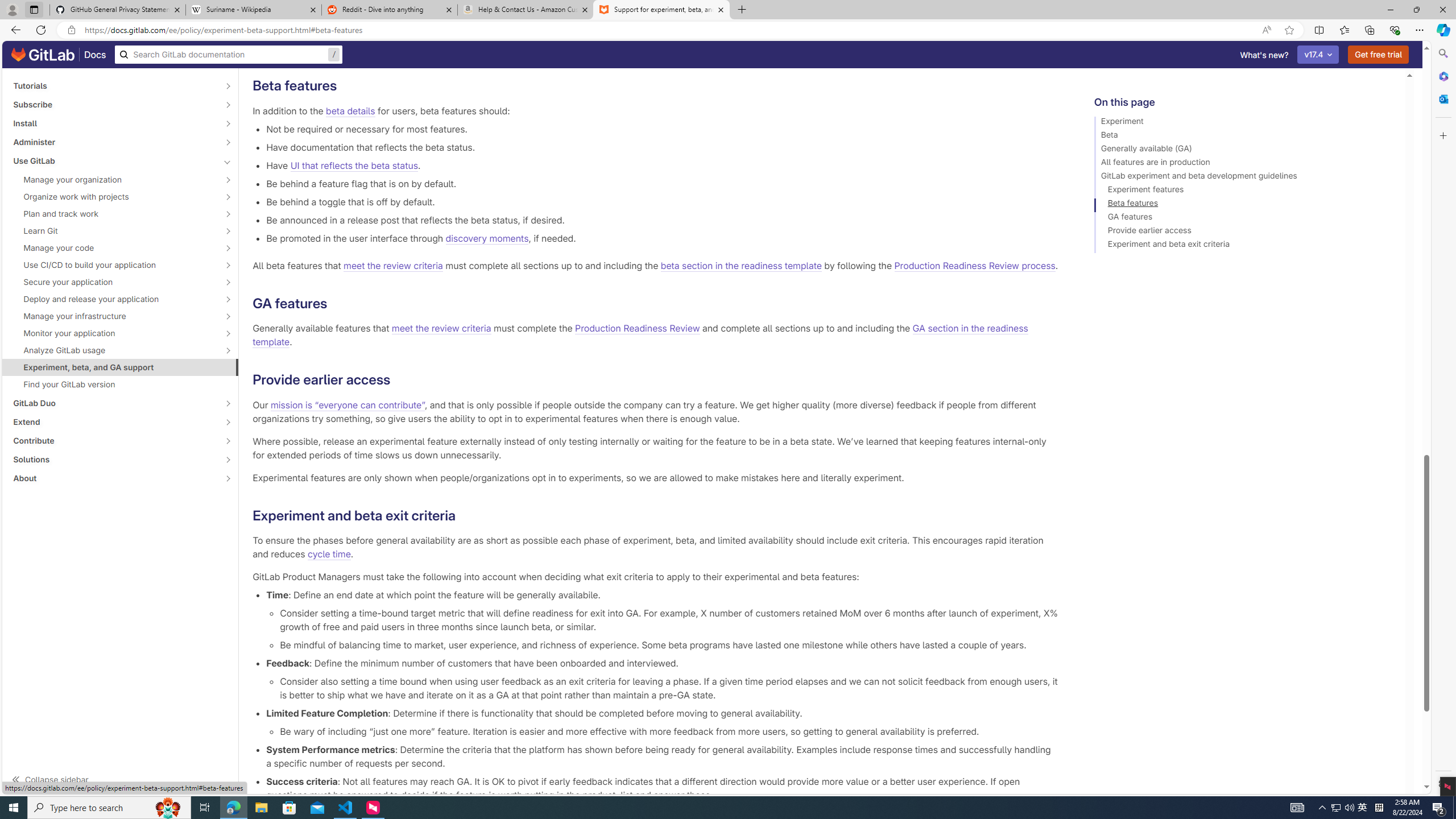 This screenshot has width=1456, height=819. I want to click on 'Analyze GitLab usage', so click(113, 349).